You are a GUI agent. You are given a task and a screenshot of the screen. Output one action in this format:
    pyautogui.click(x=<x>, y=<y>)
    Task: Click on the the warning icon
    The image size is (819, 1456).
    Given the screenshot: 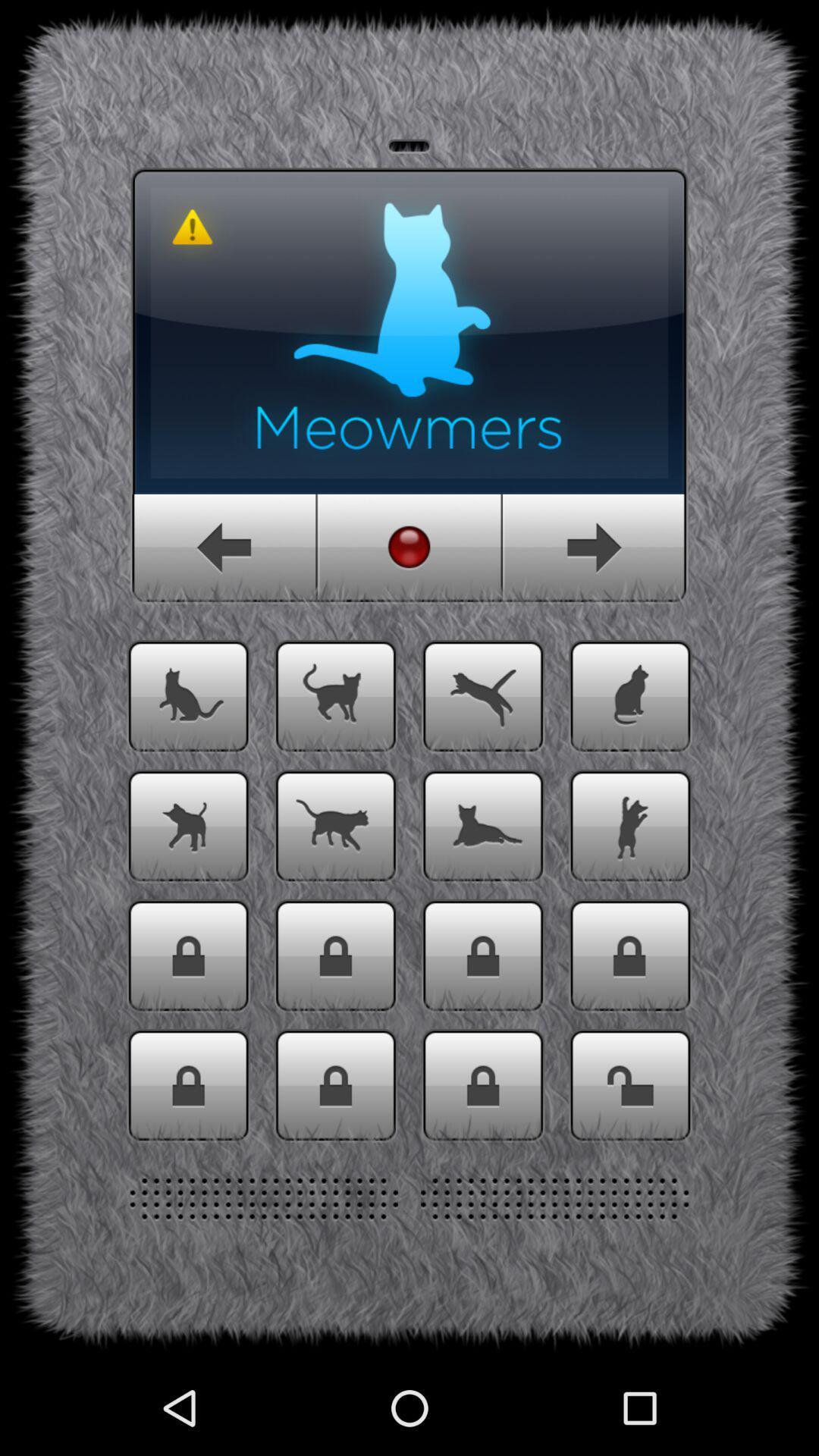 What is the action you would take?
    pyautogui.click(x=191, y=245)
    